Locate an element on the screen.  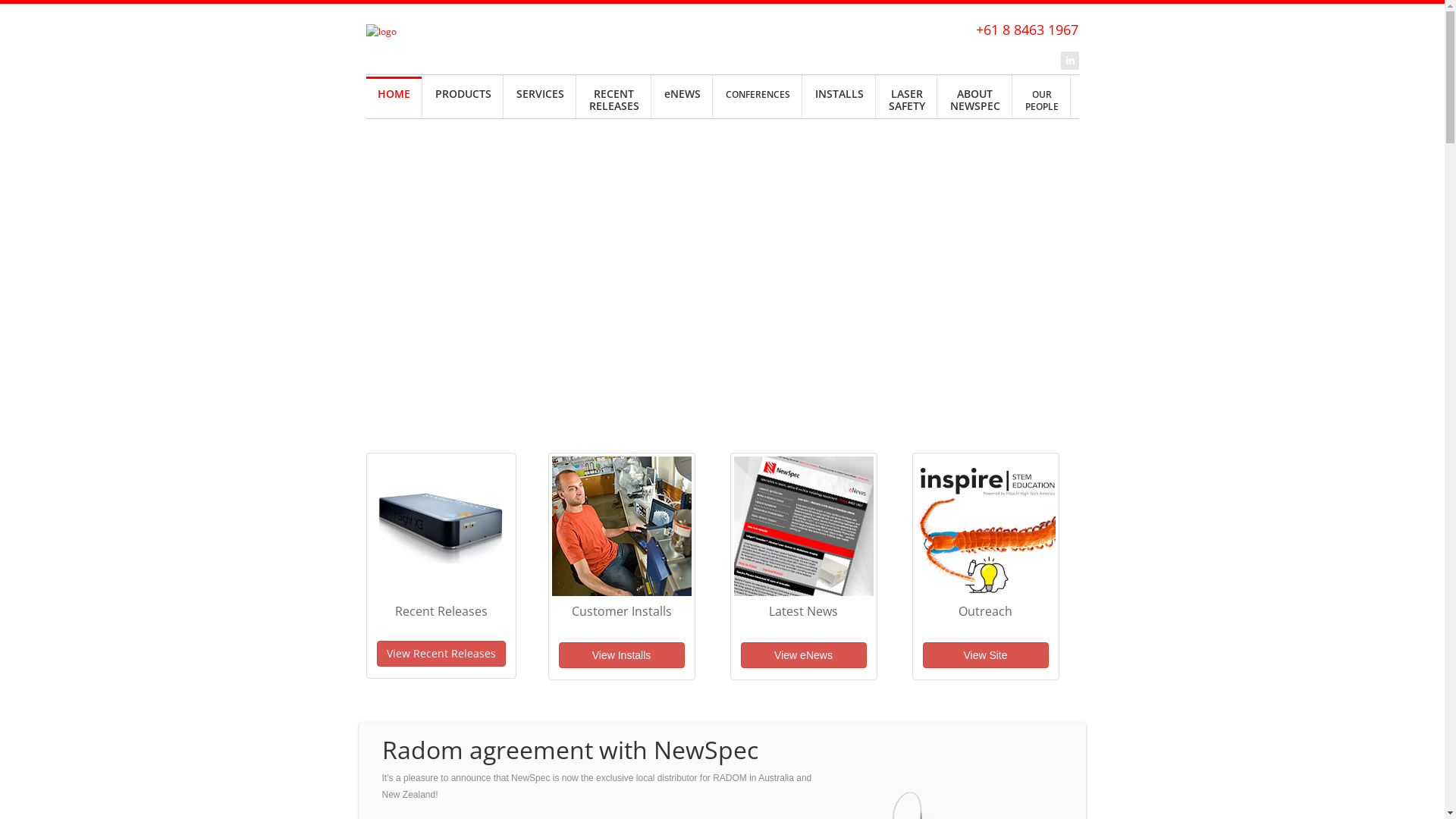
'HOME is located at coordinates (393, 97).